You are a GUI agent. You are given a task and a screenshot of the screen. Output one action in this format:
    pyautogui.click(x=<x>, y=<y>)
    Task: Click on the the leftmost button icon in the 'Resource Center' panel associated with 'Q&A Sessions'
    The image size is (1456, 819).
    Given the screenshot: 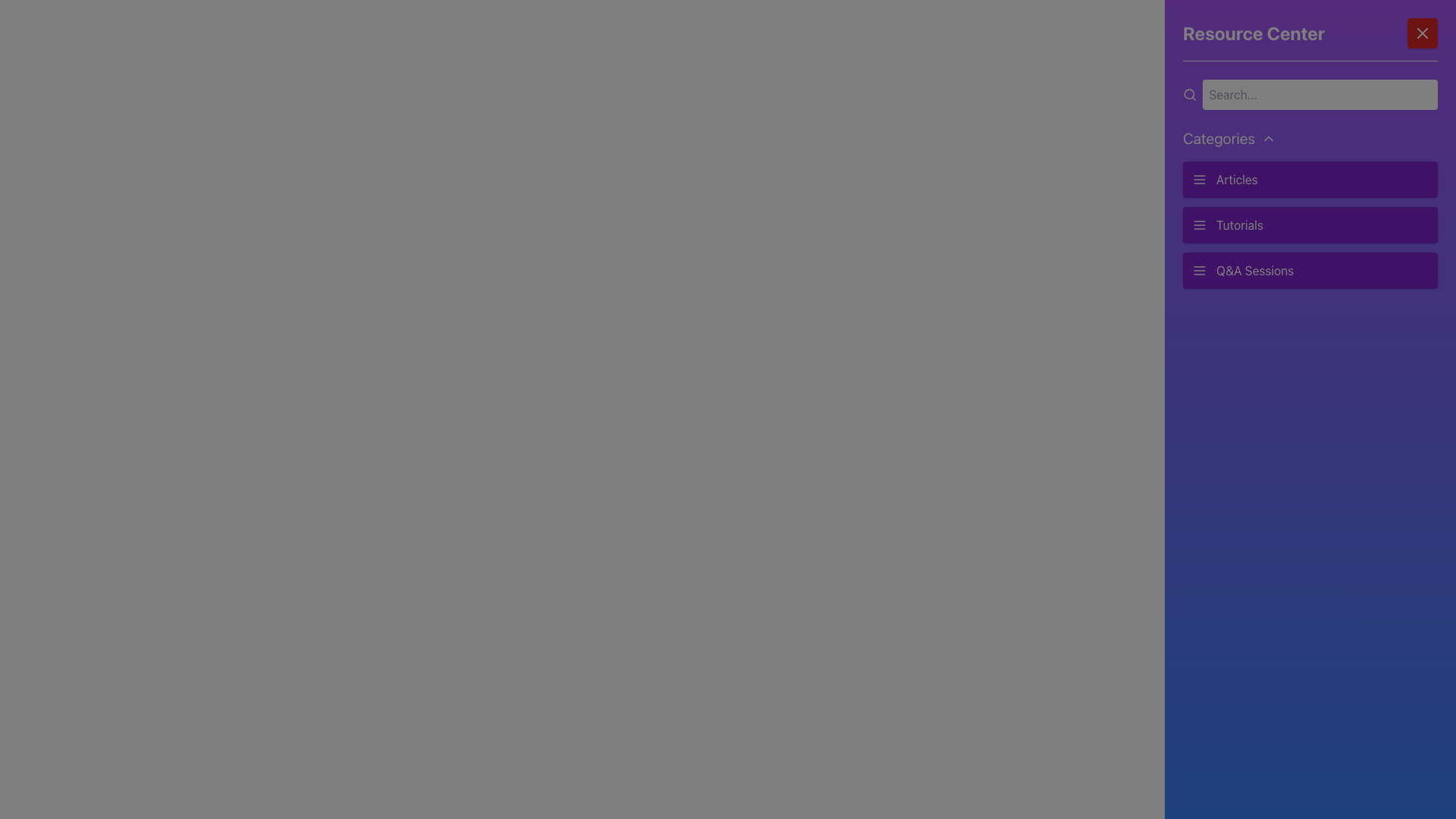 What is the action you would take?
    pyautogui.click(x=1199, y=270)
    